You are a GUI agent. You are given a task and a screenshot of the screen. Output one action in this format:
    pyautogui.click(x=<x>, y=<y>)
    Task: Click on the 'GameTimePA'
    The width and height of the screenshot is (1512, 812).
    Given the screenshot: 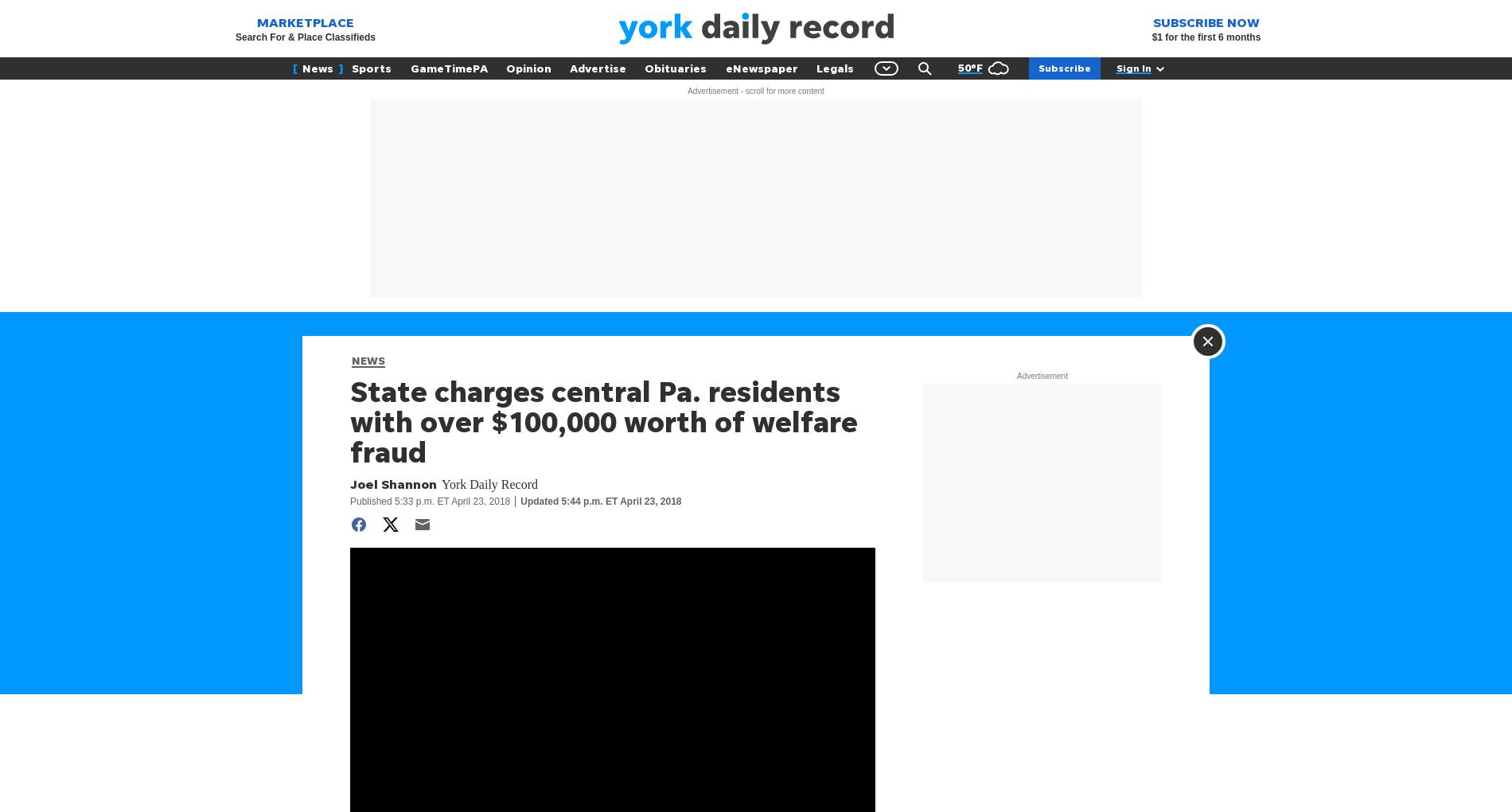 What is the action you would take?
    pyautogui.click(x=410, y=68)
    